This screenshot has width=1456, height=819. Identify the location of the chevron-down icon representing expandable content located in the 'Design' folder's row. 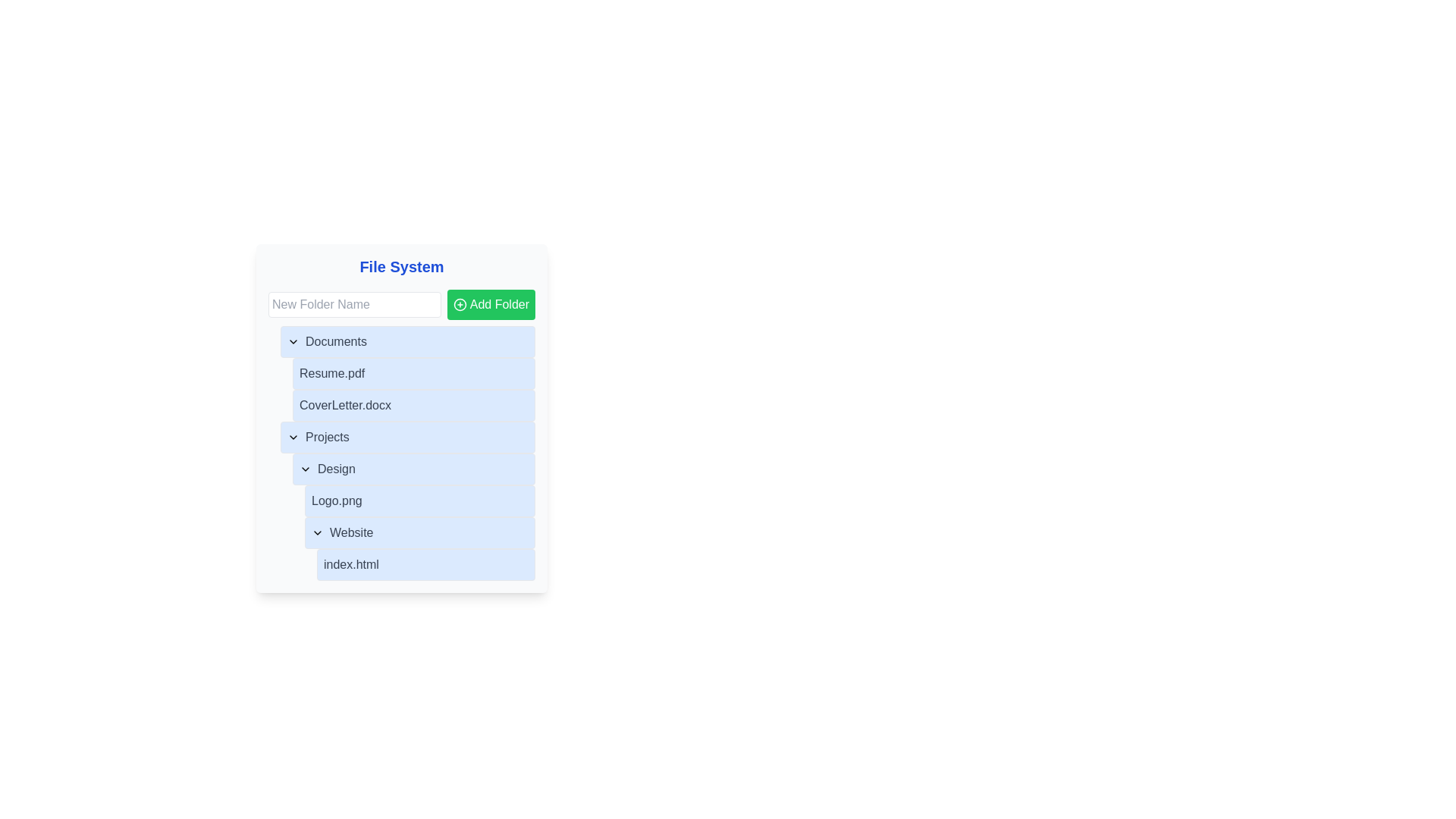
(305, 468).